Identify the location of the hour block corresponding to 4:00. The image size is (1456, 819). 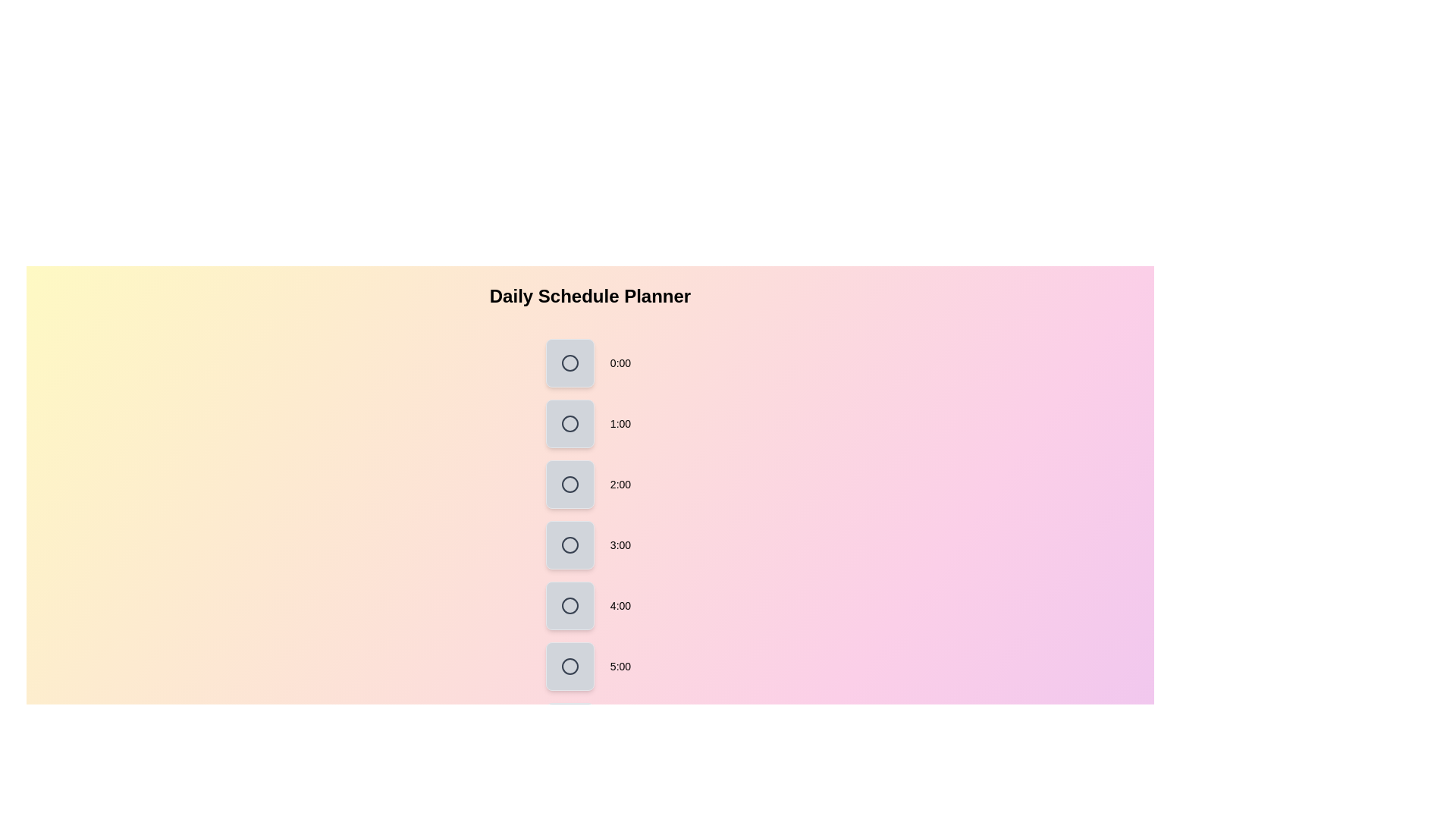
(570, 604).